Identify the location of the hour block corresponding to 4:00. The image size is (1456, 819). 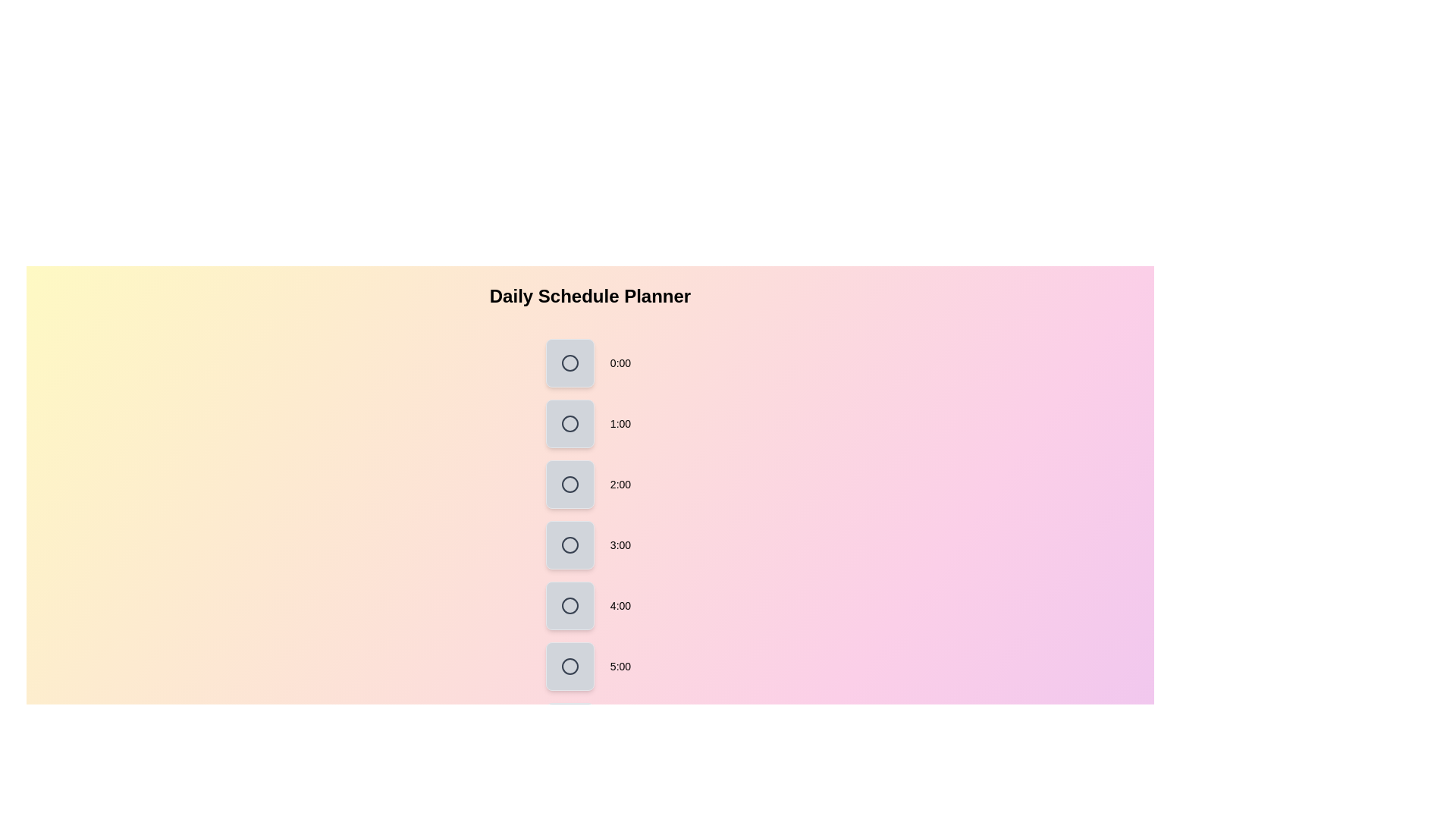
(570, 604).